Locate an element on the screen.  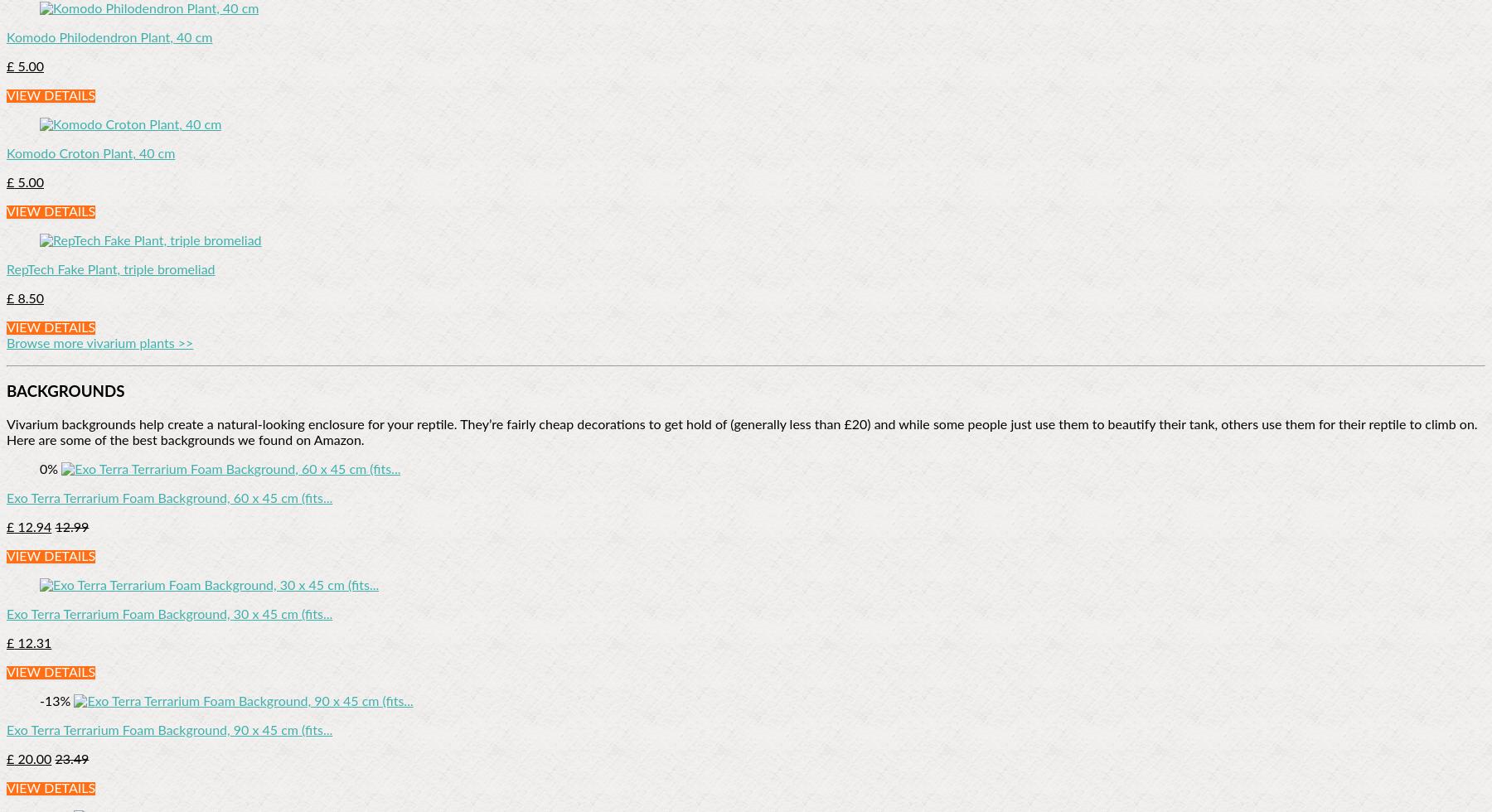
'23.49' is located at coordinates (70, 759).